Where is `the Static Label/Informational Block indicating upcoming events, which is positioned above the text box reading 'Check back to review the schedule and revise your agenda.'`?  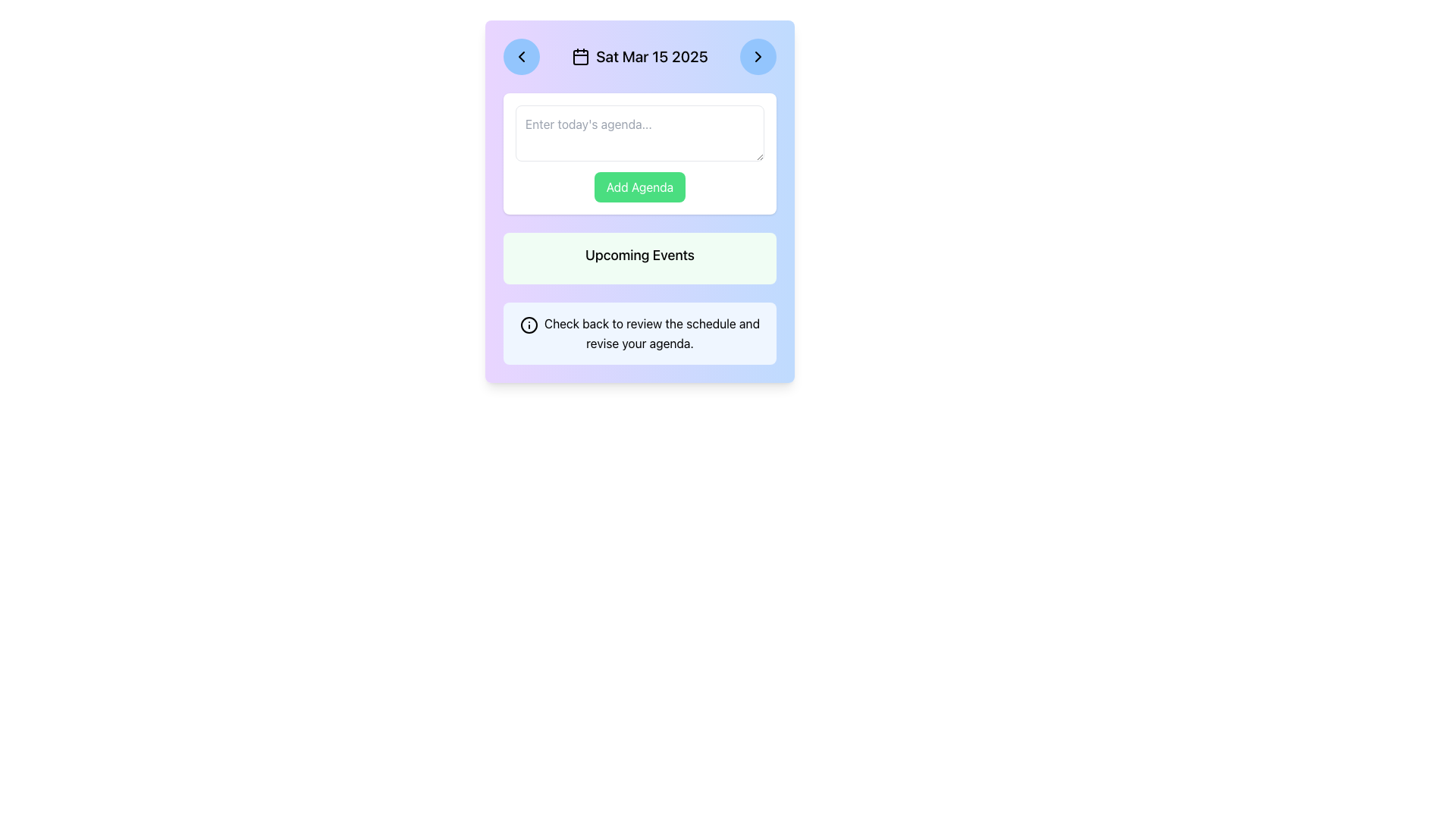 the Static Label/Informational Block indicating upcoming events, which is positioned above the text box reading 'Check back to review the schedule and revise your agenda.' is located at coordinates (640, 257).